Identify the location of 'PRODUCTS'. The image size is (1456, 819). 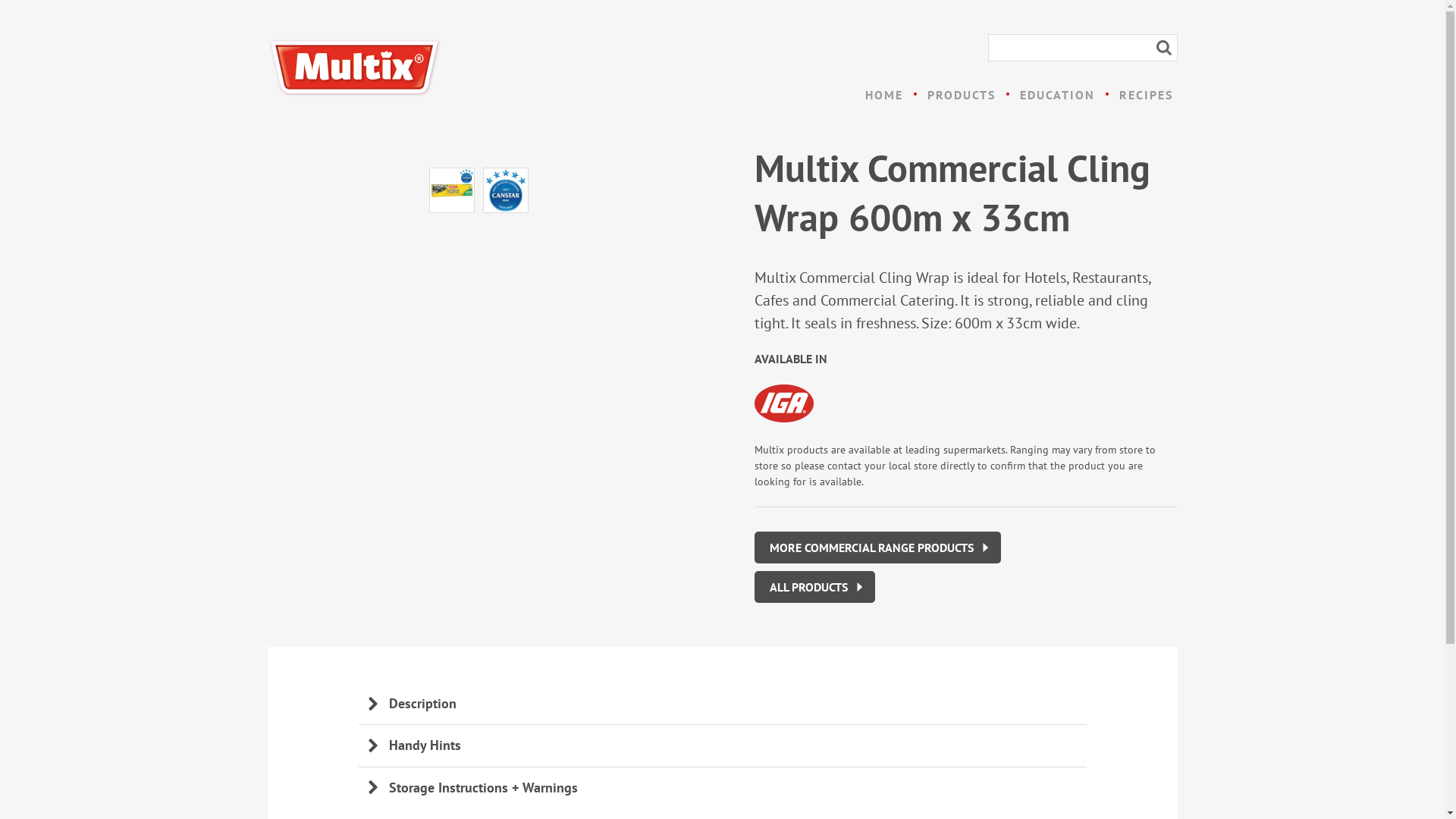
(960, 94).